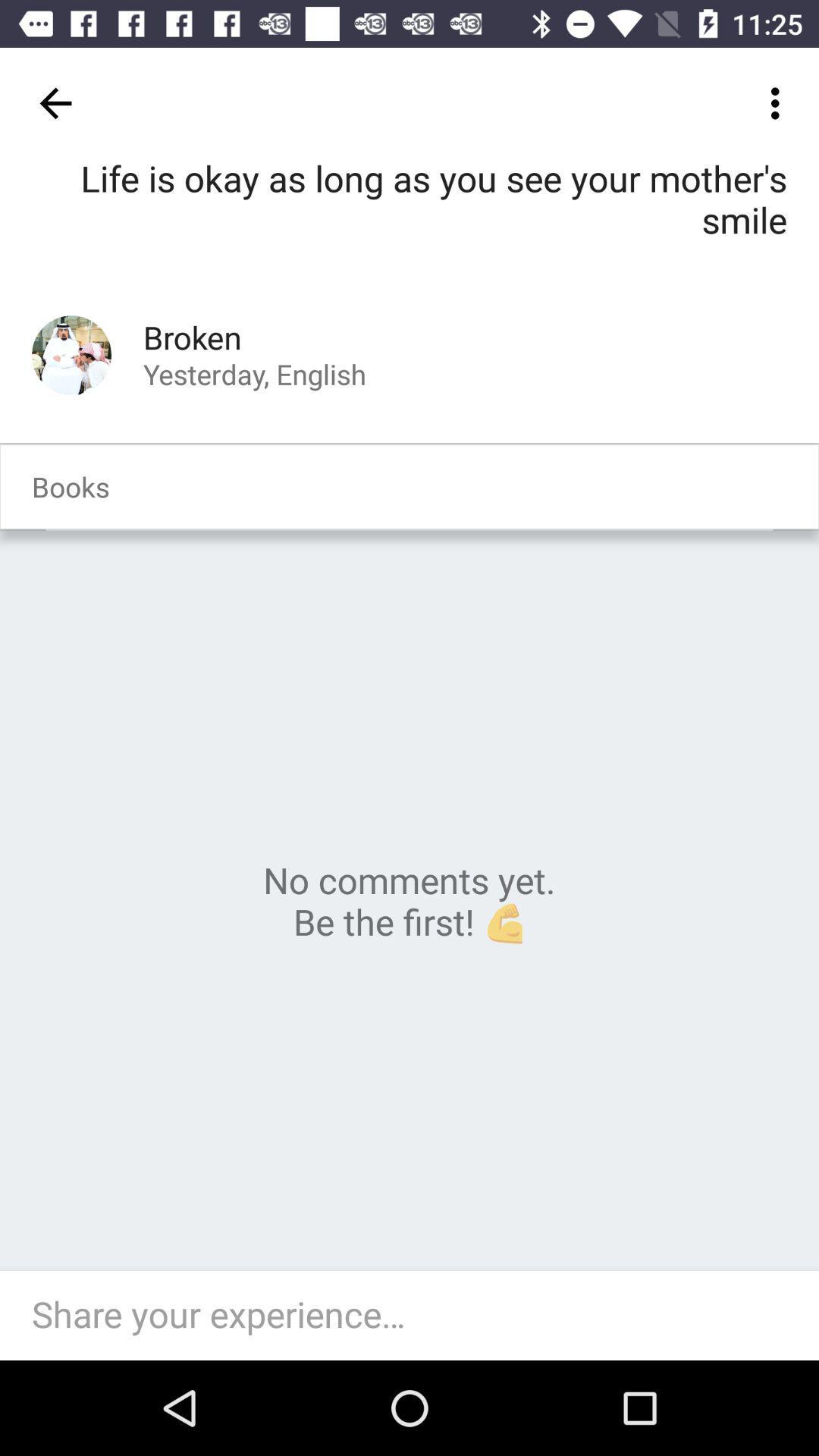 The width and height of the screenshot is (819, 1456). I want to click on item at the top right corner, so click(779, 102).